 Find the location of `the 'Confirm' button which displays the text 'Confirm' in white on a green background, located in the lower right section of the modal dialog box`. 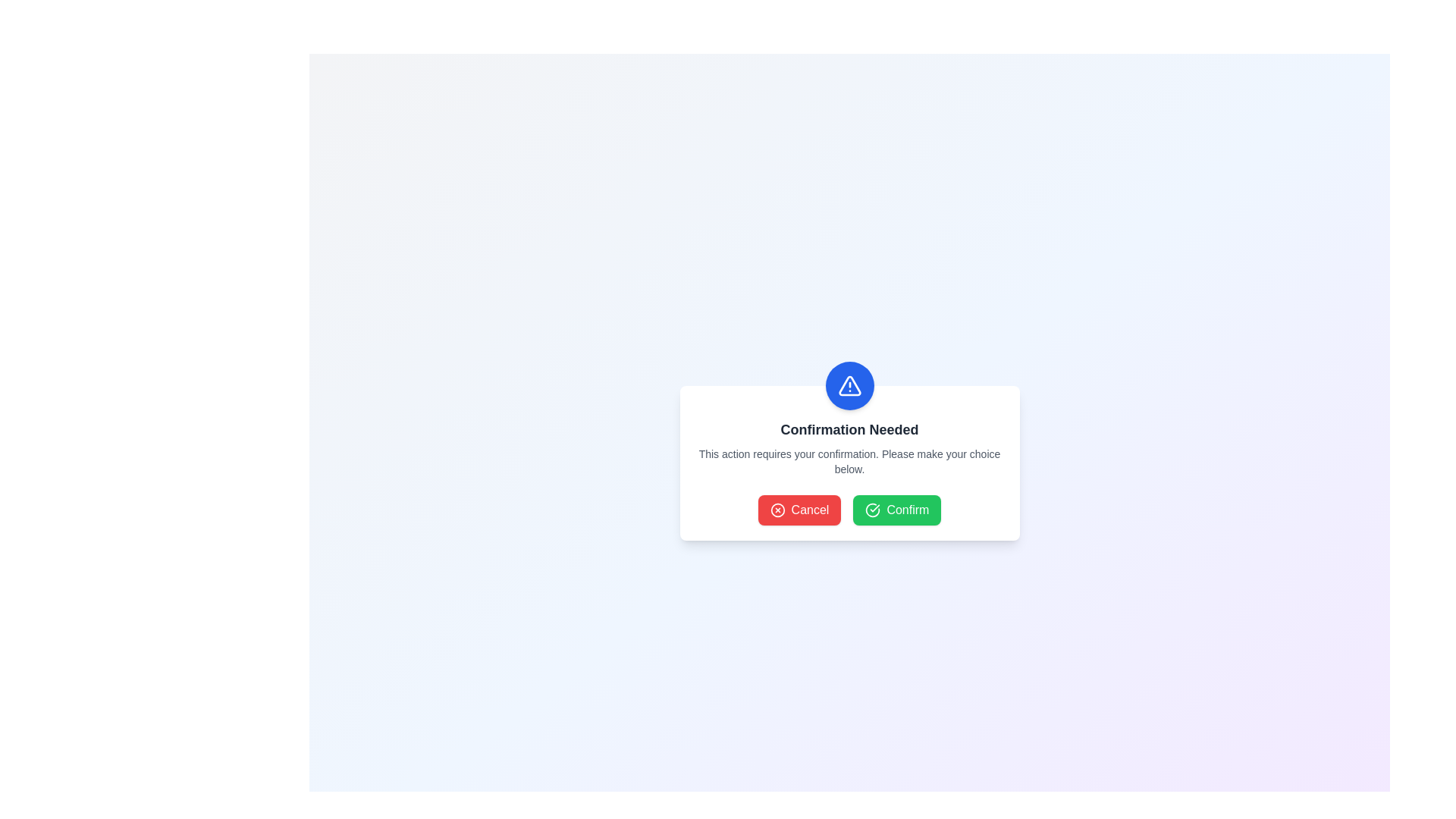

the 'Confirm' button which displays the text 'Confirm' in white on a green background, located in the lower right section of the modal dialog box is located at coordinates (908, 510).